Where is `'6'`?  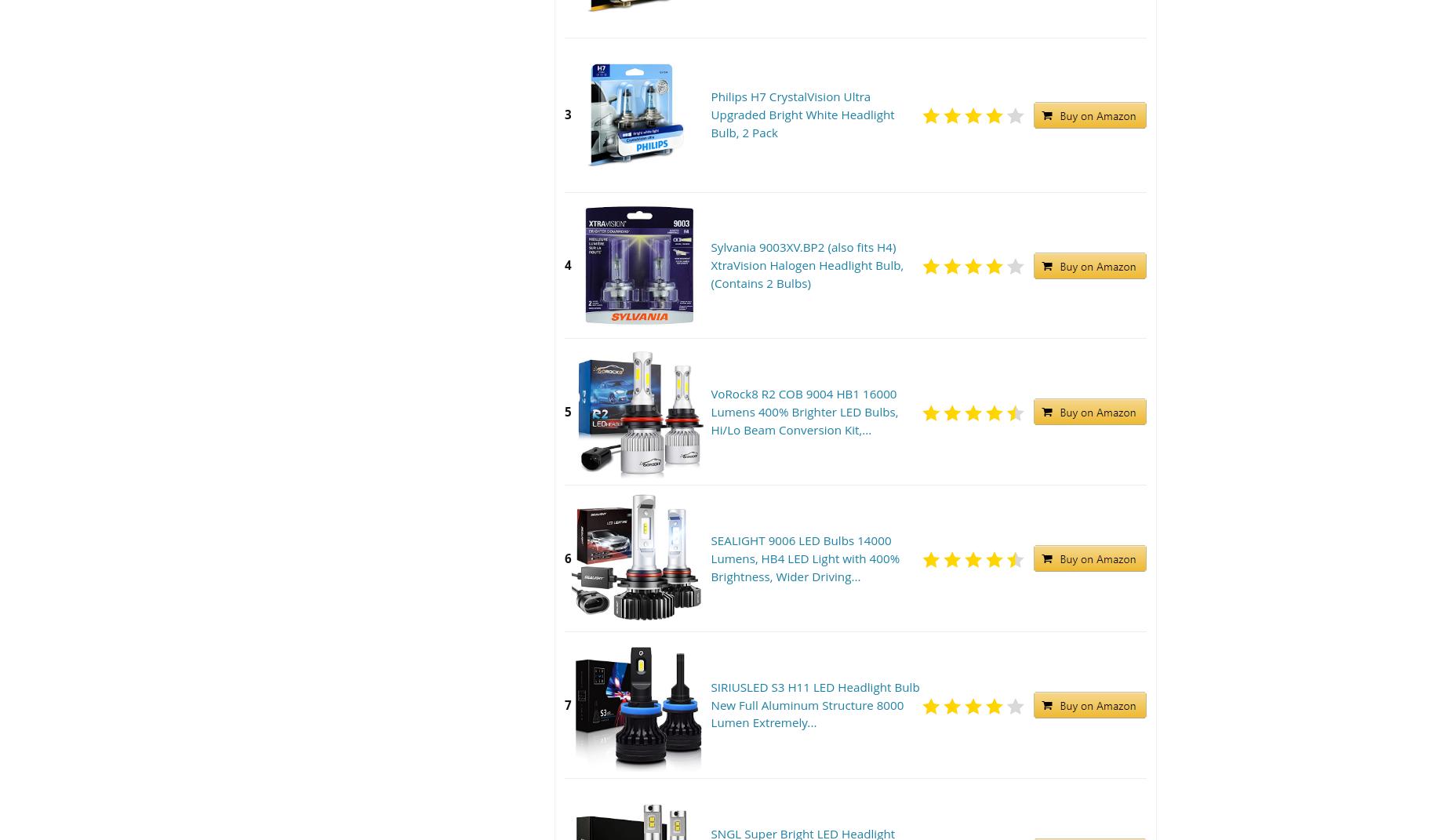
'6' is located at coordinates (568, 558).